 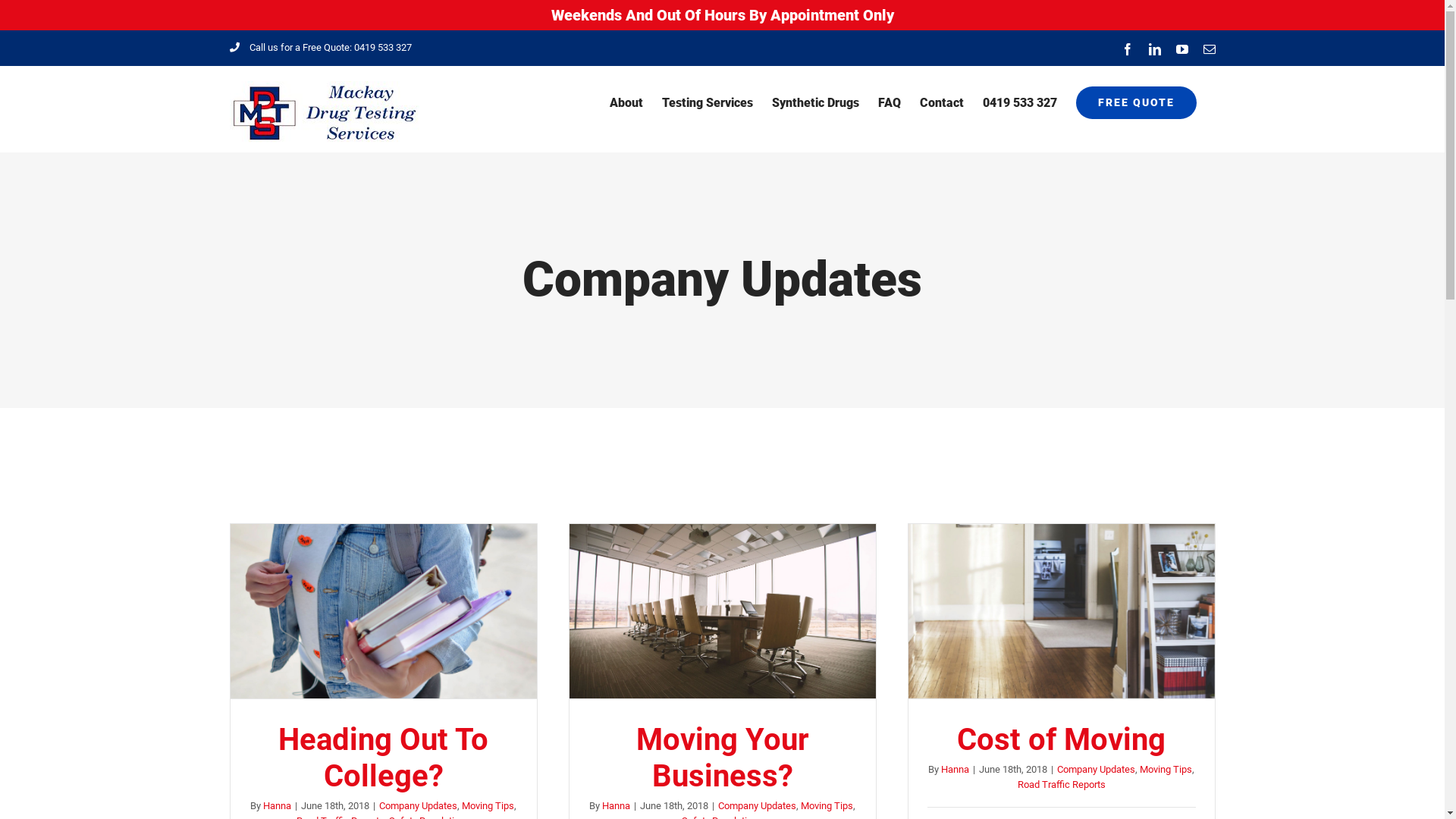 What do you see at coordinates (705, 102) in the screenshot?
I see `'Testing Services'` at bounding box center [705, 102].